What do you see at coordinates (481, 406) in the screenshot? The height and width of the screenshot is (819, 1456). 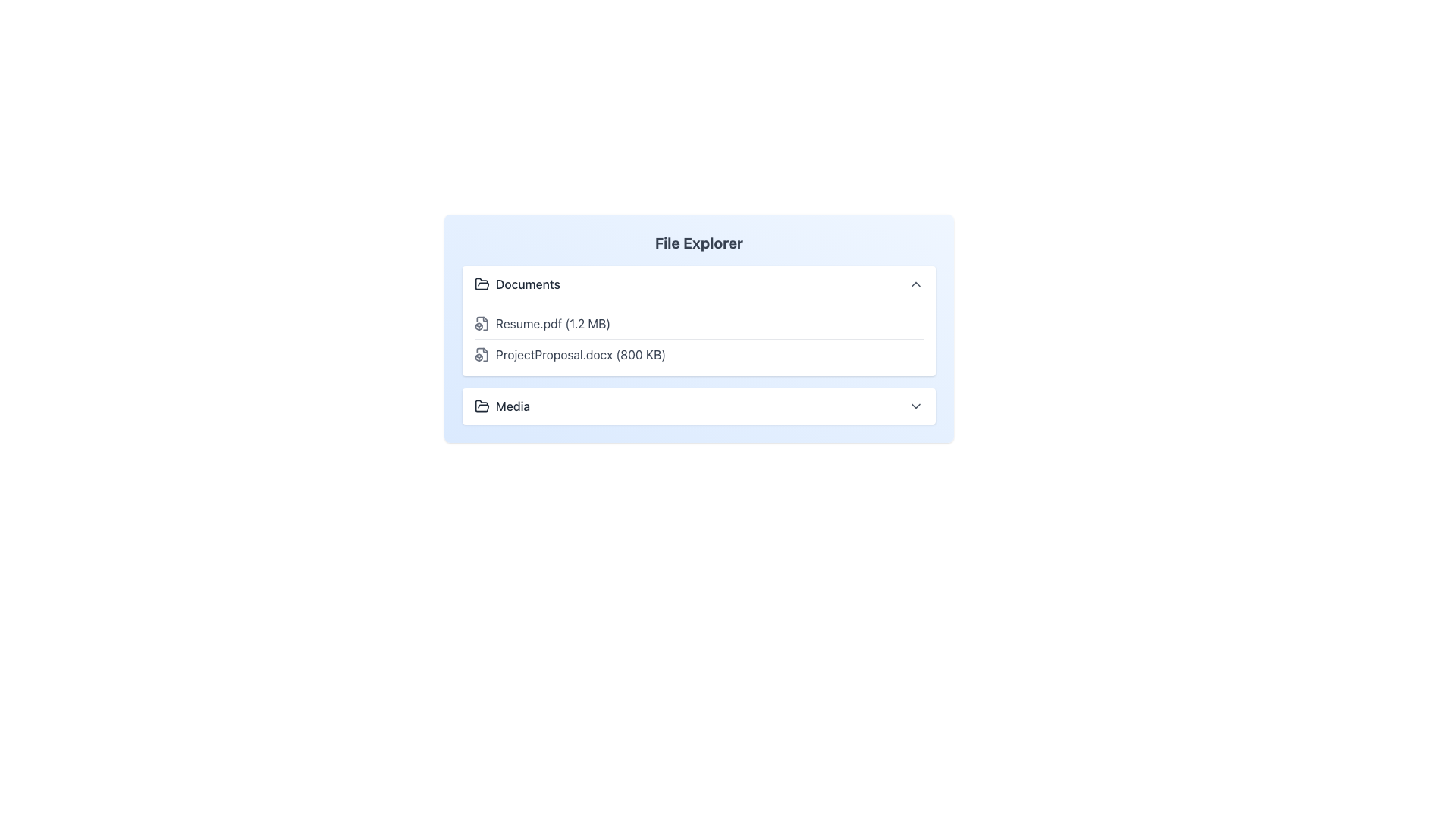 I see `the open folder icon located to the left of the 'Media' label` at bounding box center [481, 406].